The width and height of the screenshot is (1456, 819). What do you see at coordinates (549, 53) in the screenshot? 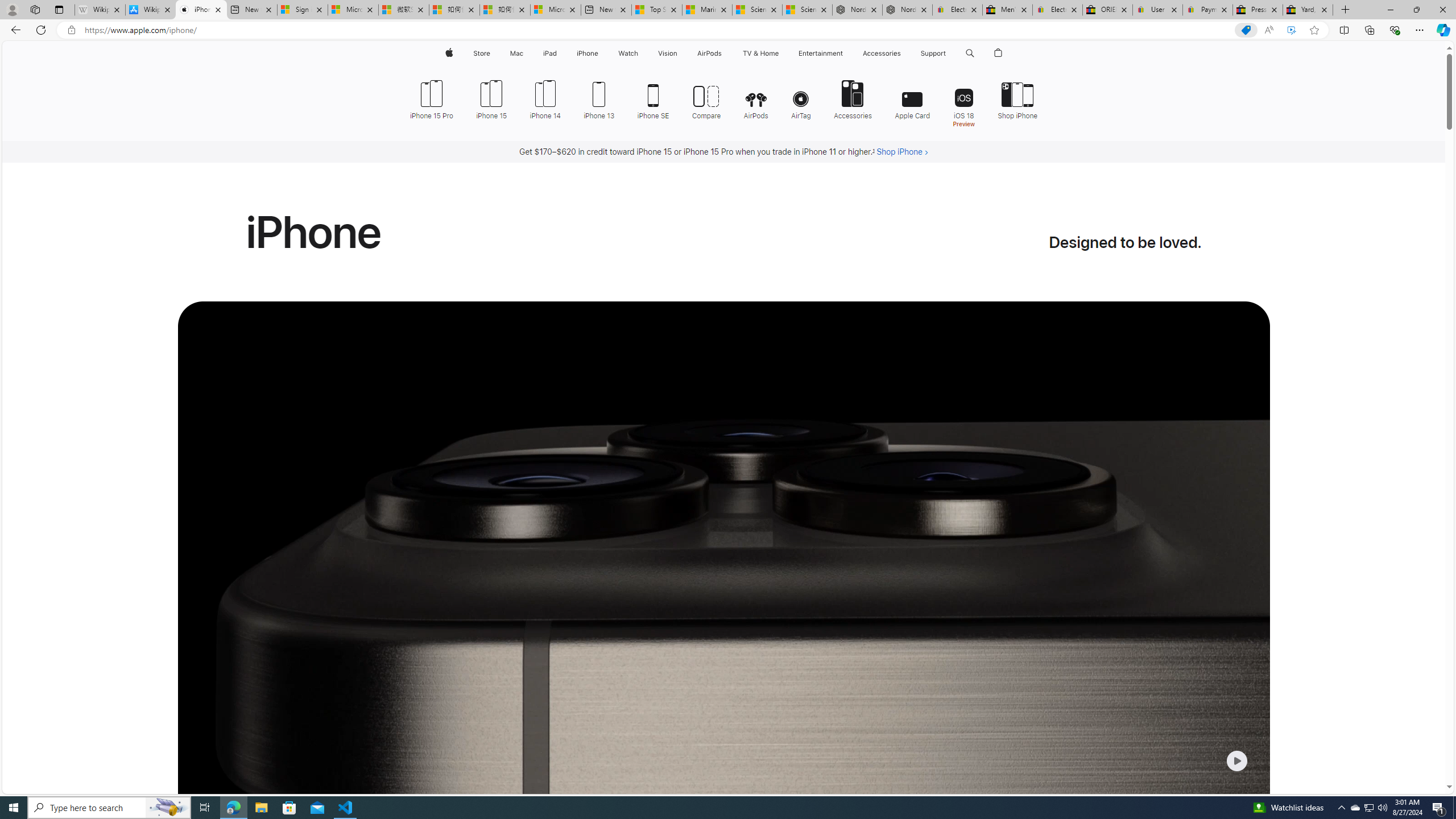
I see `'iPad'` at bounding box center [549, 53].